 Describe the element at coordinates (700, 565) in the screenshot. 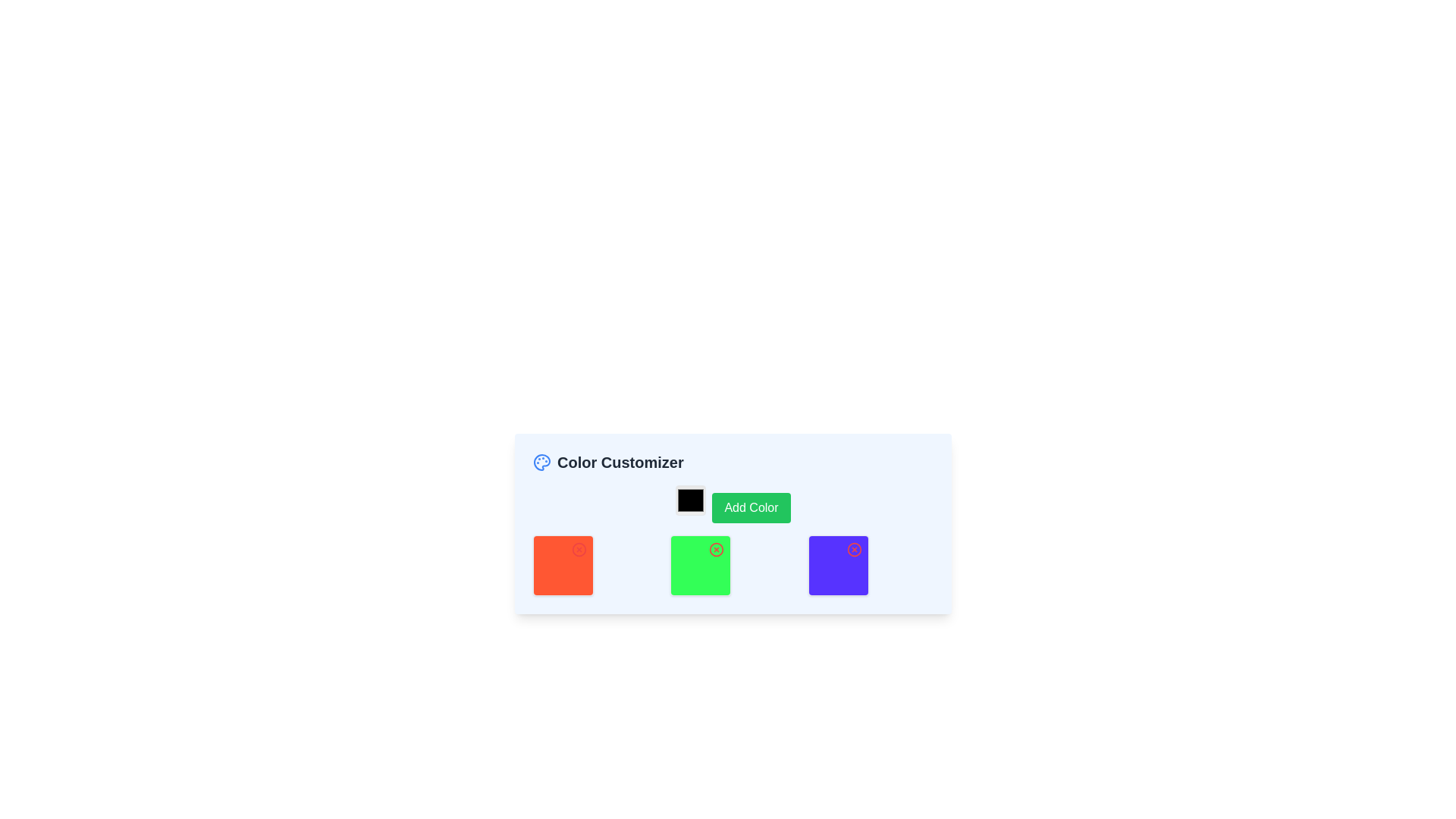

I see `the interactive color box with a close icon` at that location.